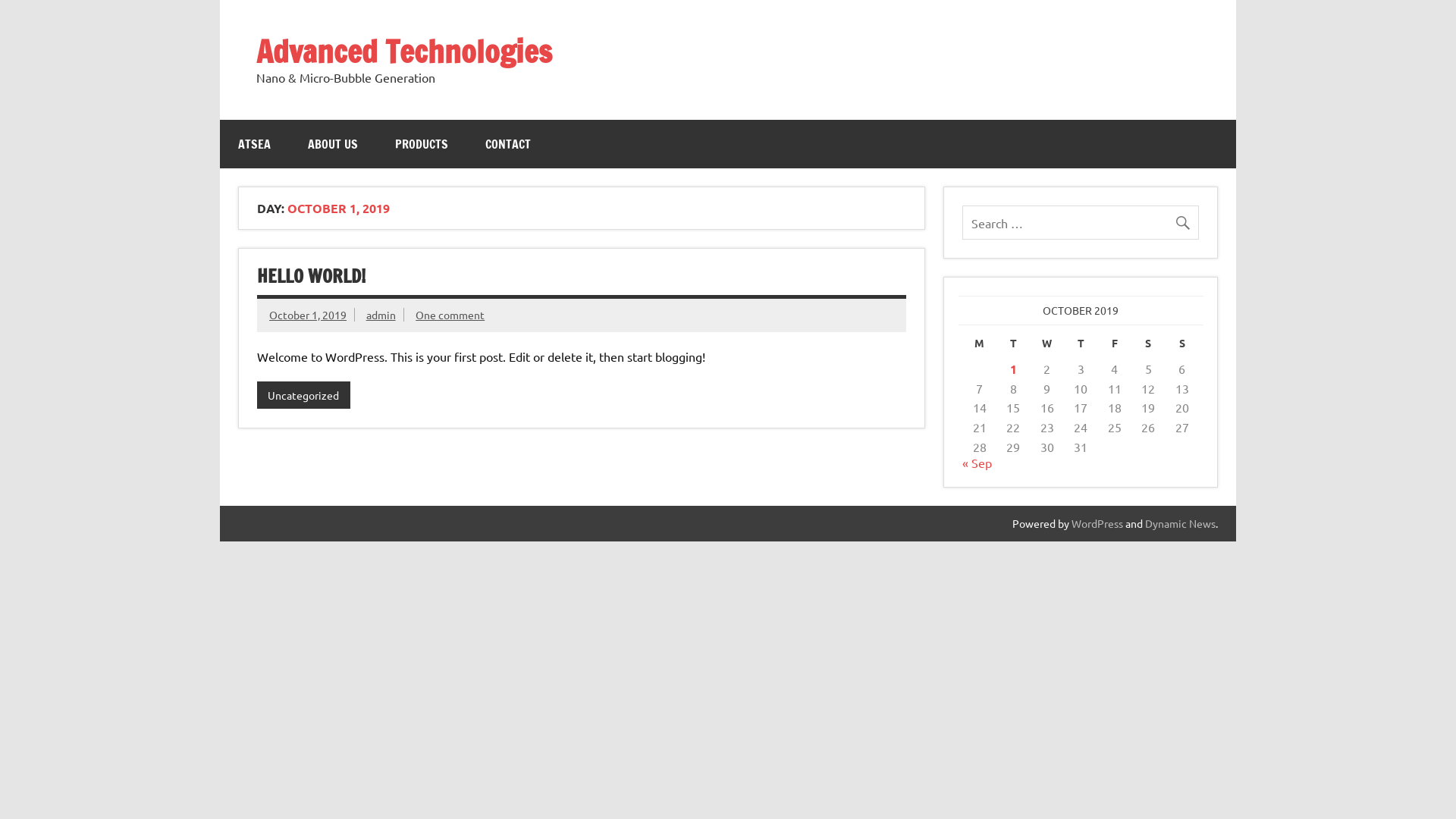 This screenshot has height=819, width=1456. What do you see at coordinates (508, 143) in the screenshot?
I see `'CONTACT'` at bounding box center [508, 143].